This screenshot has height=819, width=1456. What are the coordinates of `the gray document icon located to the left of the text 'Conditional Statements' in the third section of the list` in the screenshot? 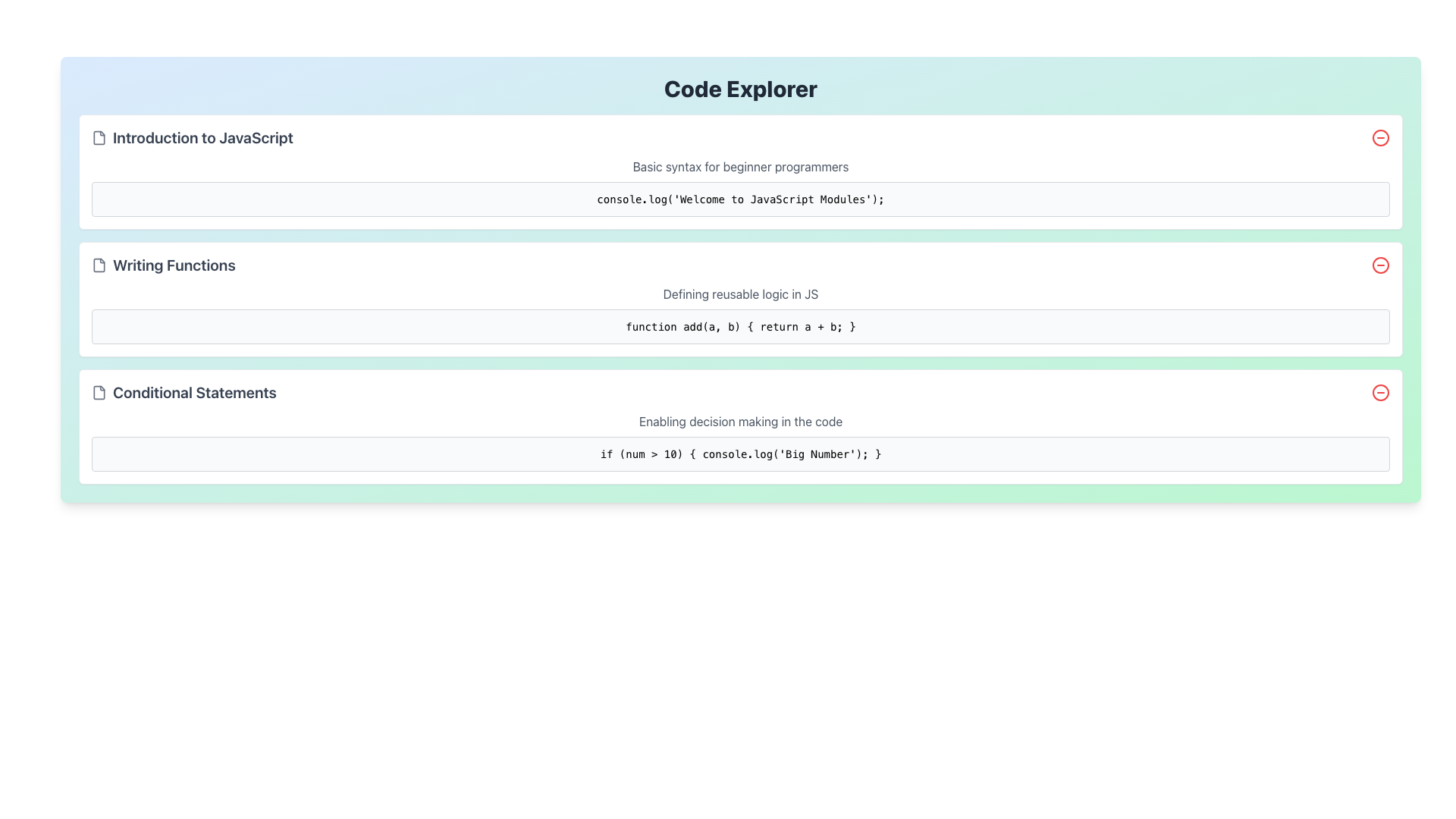 It's located at (98, 391).